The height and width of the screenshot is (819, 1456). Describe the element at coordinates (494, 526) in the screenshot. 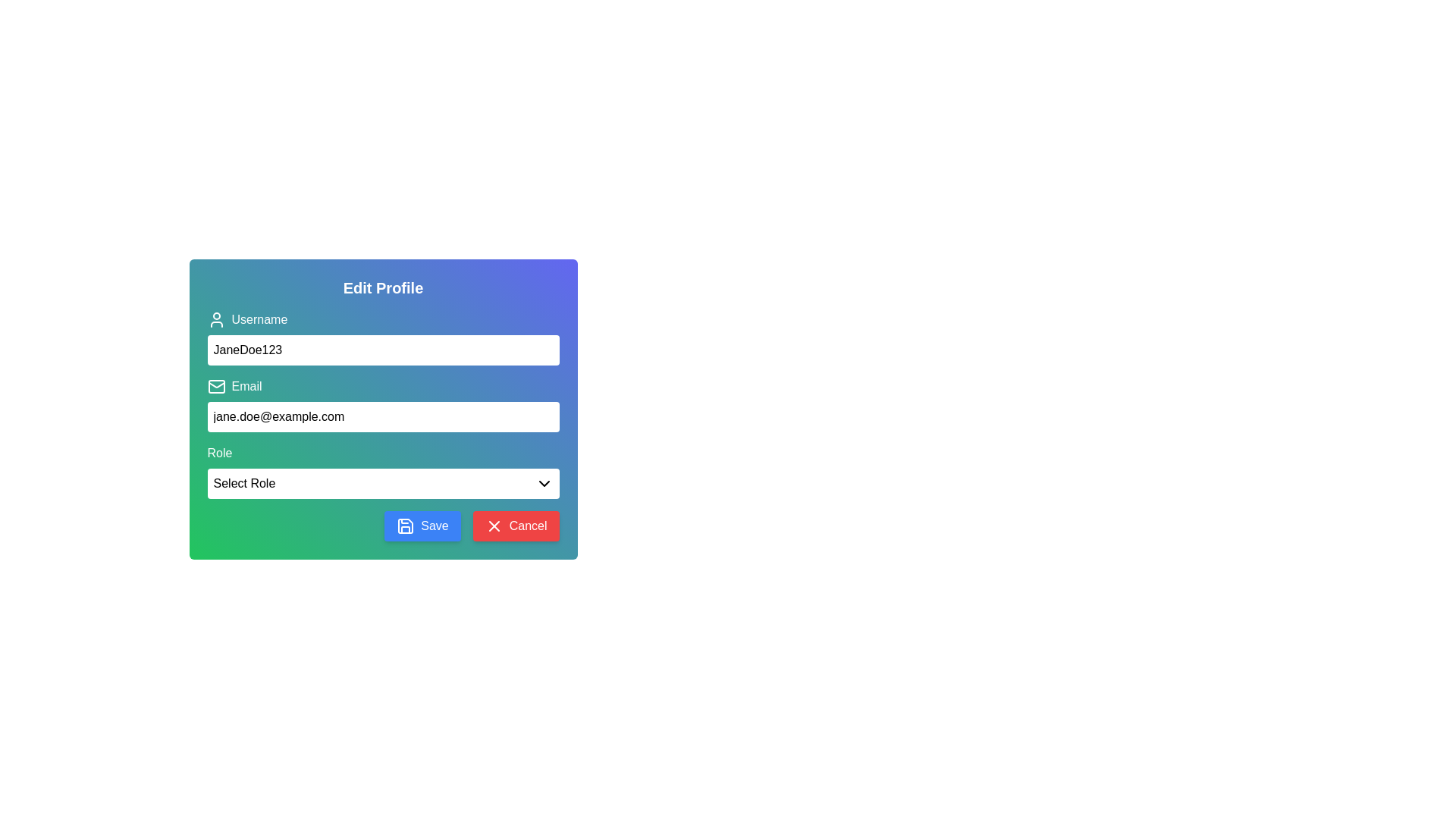

I see `the close icon resembling an 'X' located inside the 'Cancel' button, positioned to the left of the 'Cancel' text label` at that location.